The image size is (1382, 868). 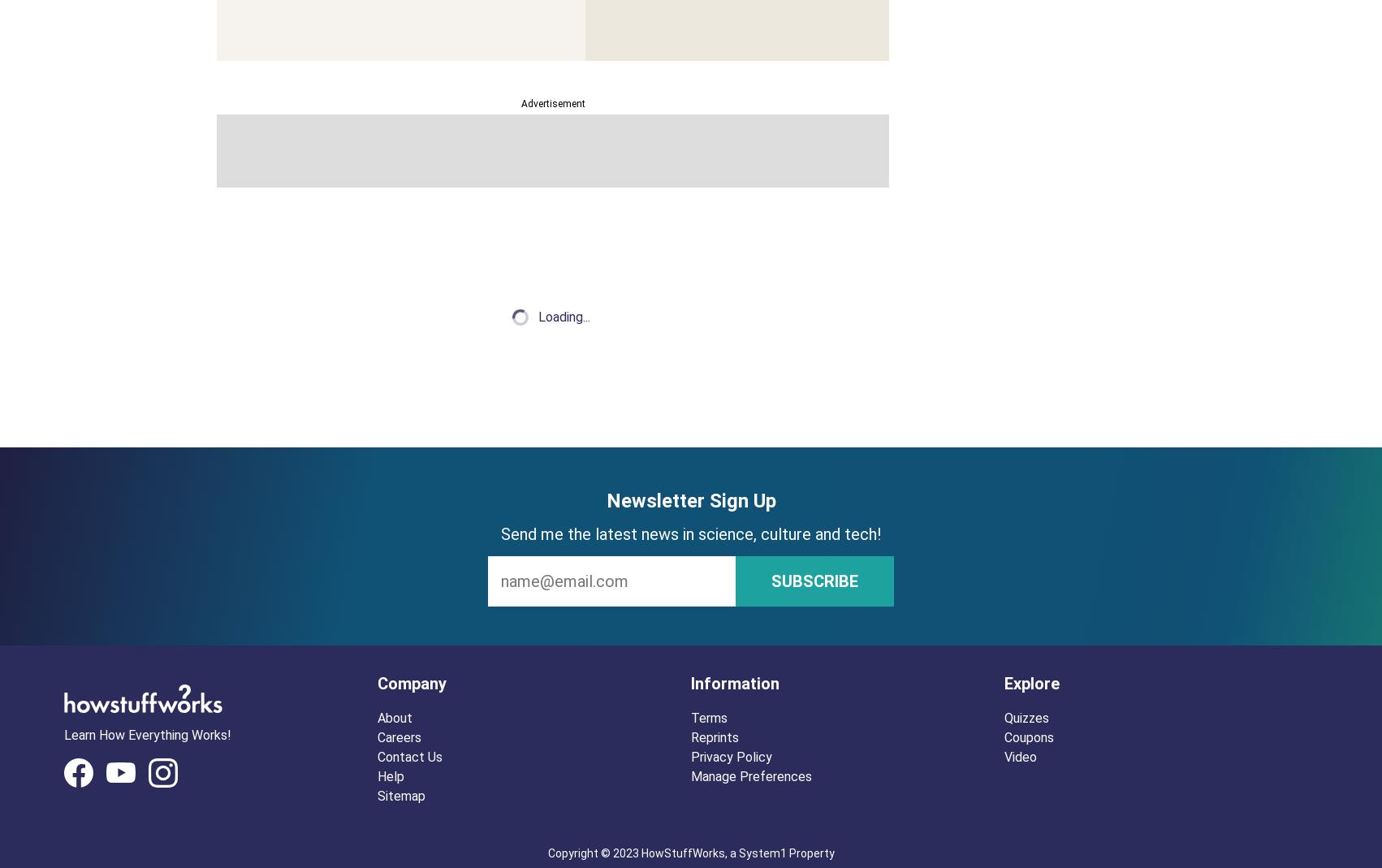 I want to click on 'Astrophysicist and science promoter Neil deGrasse Tyson is the director of the Hayden Planetarium, but that's just the tip of his accomplishments.', so click(x=548, y=754).